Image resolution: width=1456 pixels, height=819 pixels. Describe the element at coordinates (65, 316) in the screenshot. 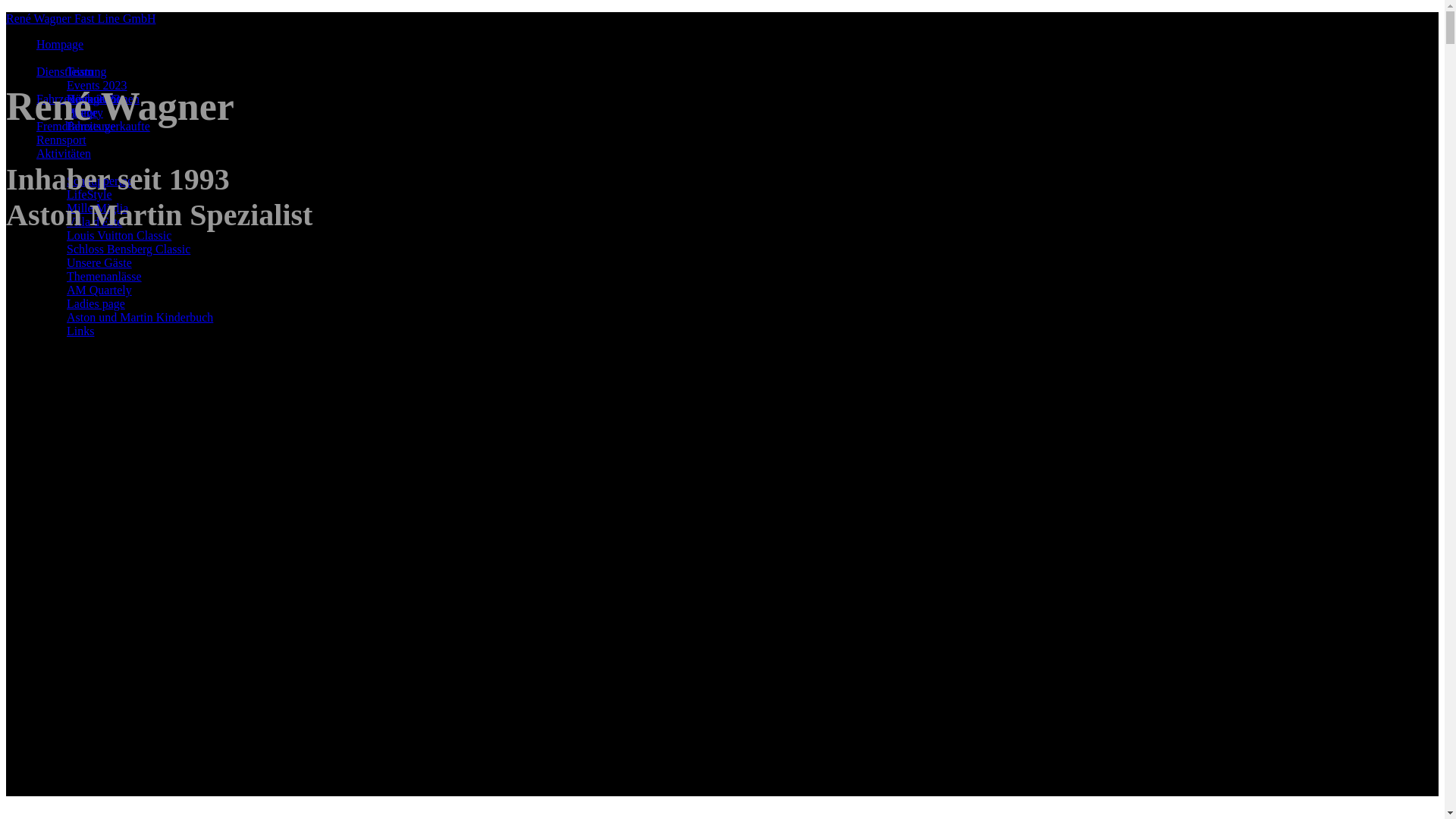

I see `'Aston und Martin Kinderbuch'` at that location.